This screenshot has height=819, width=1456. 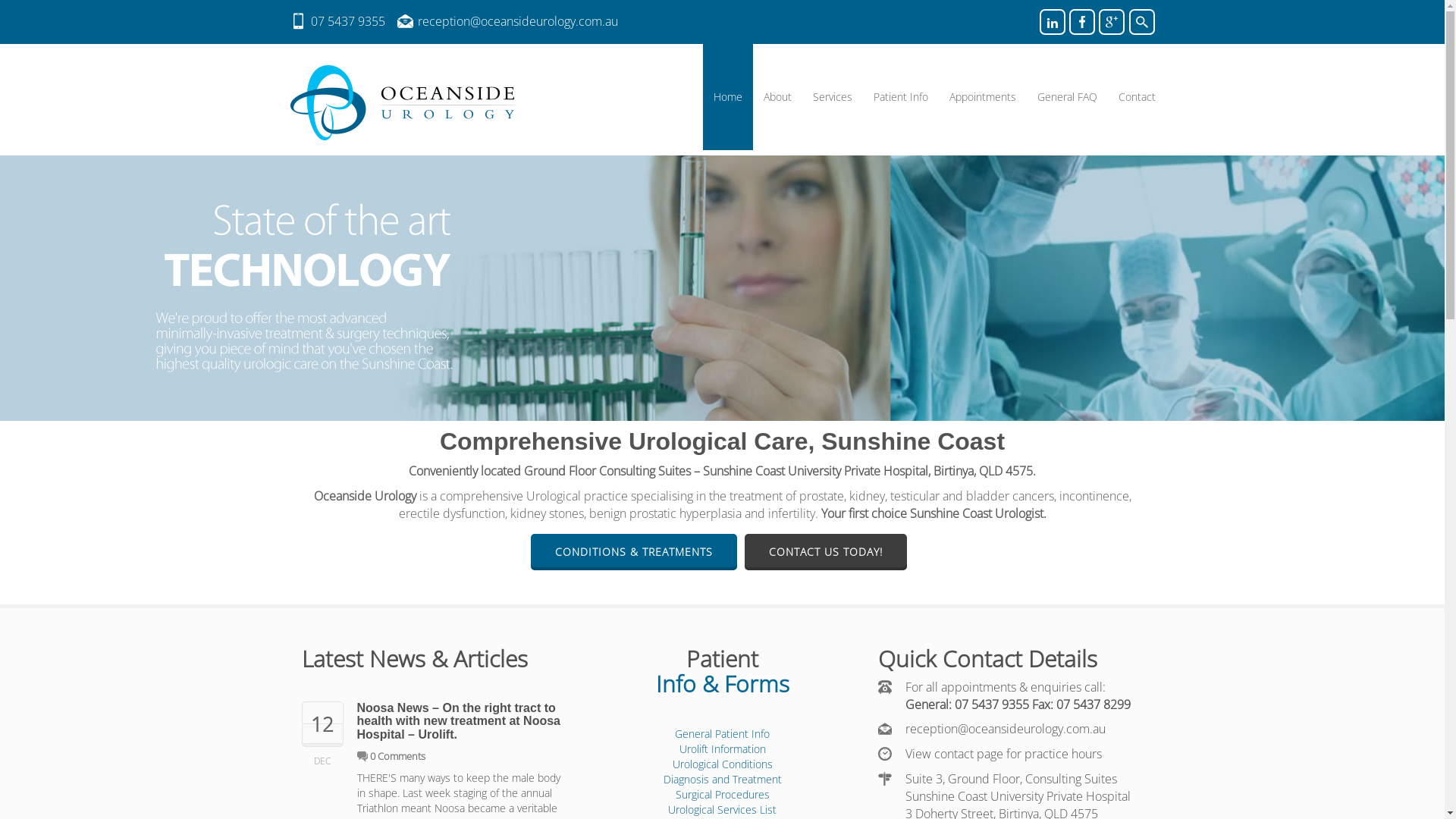 What do you see at coordinates (726, 96) in the screenshot?
I see `'Home'` at bounding box center [726, 96].